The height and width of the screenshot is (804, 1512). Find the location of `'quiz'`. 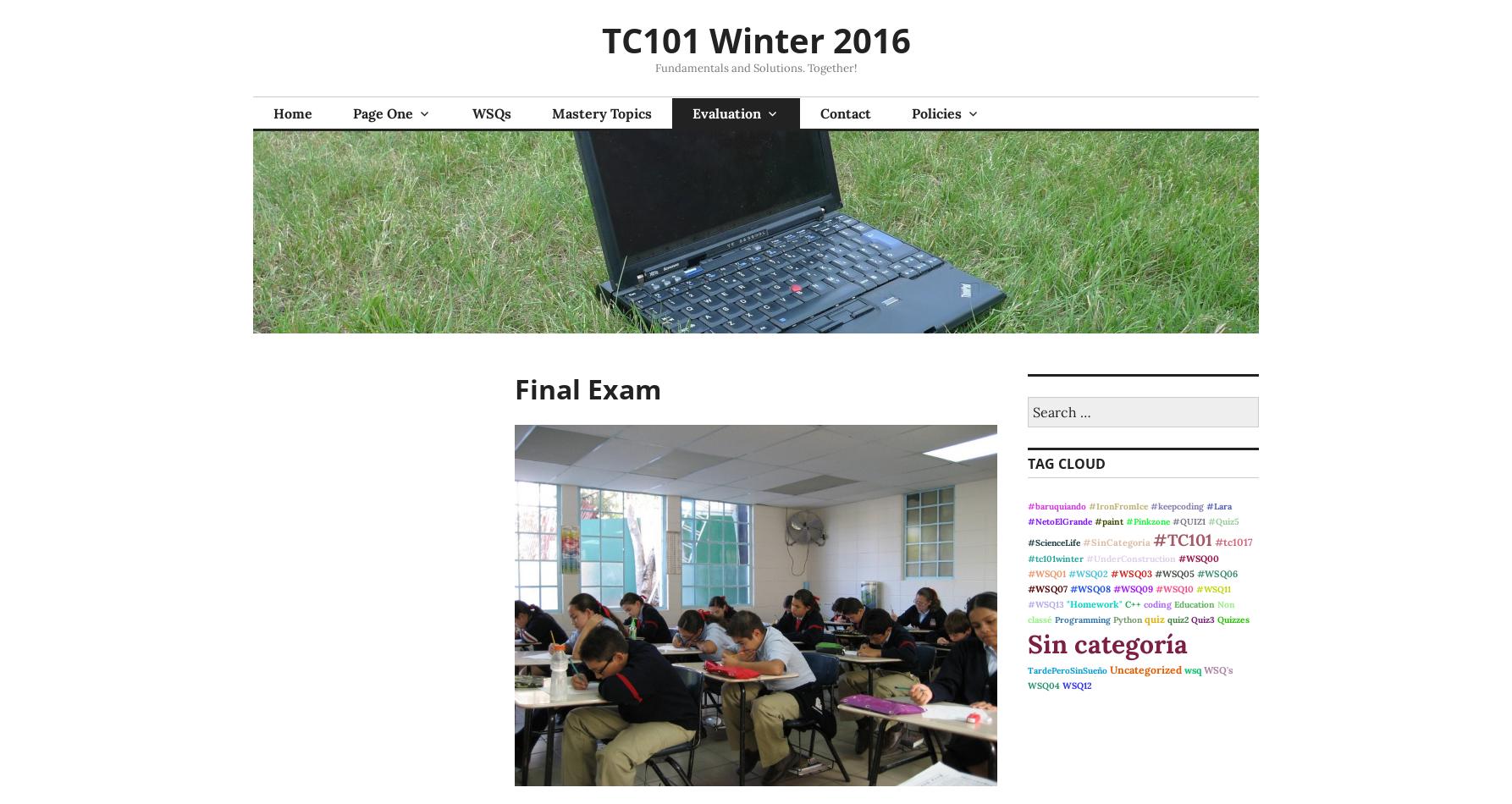

'quiz' is located at coordinates (1153, 618).